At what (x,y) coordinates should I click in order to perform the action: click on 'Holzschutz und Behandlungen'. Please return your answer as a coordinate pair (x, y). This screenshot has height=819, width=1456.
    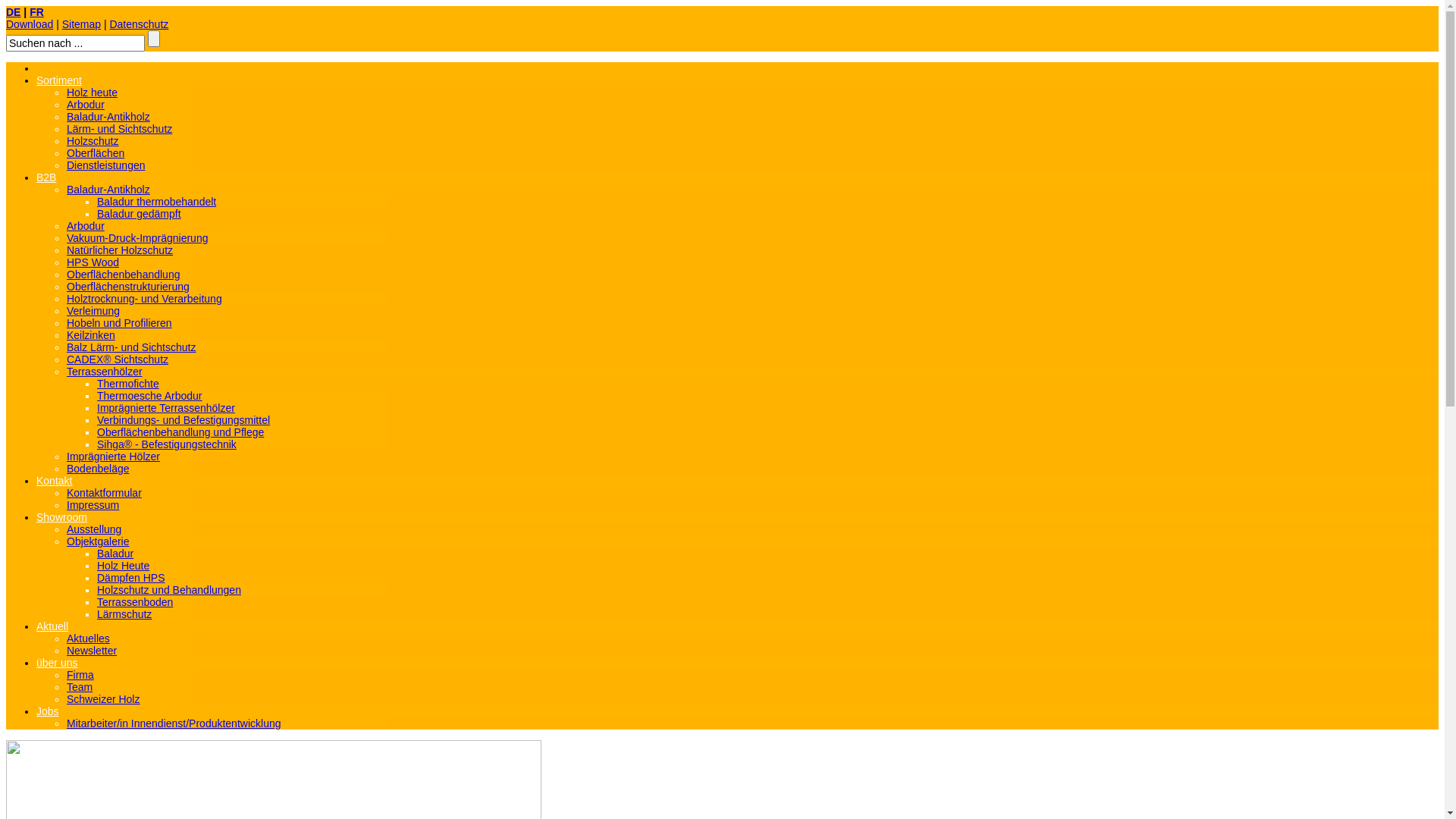
    Looking at the image, I should click on (168, 589).